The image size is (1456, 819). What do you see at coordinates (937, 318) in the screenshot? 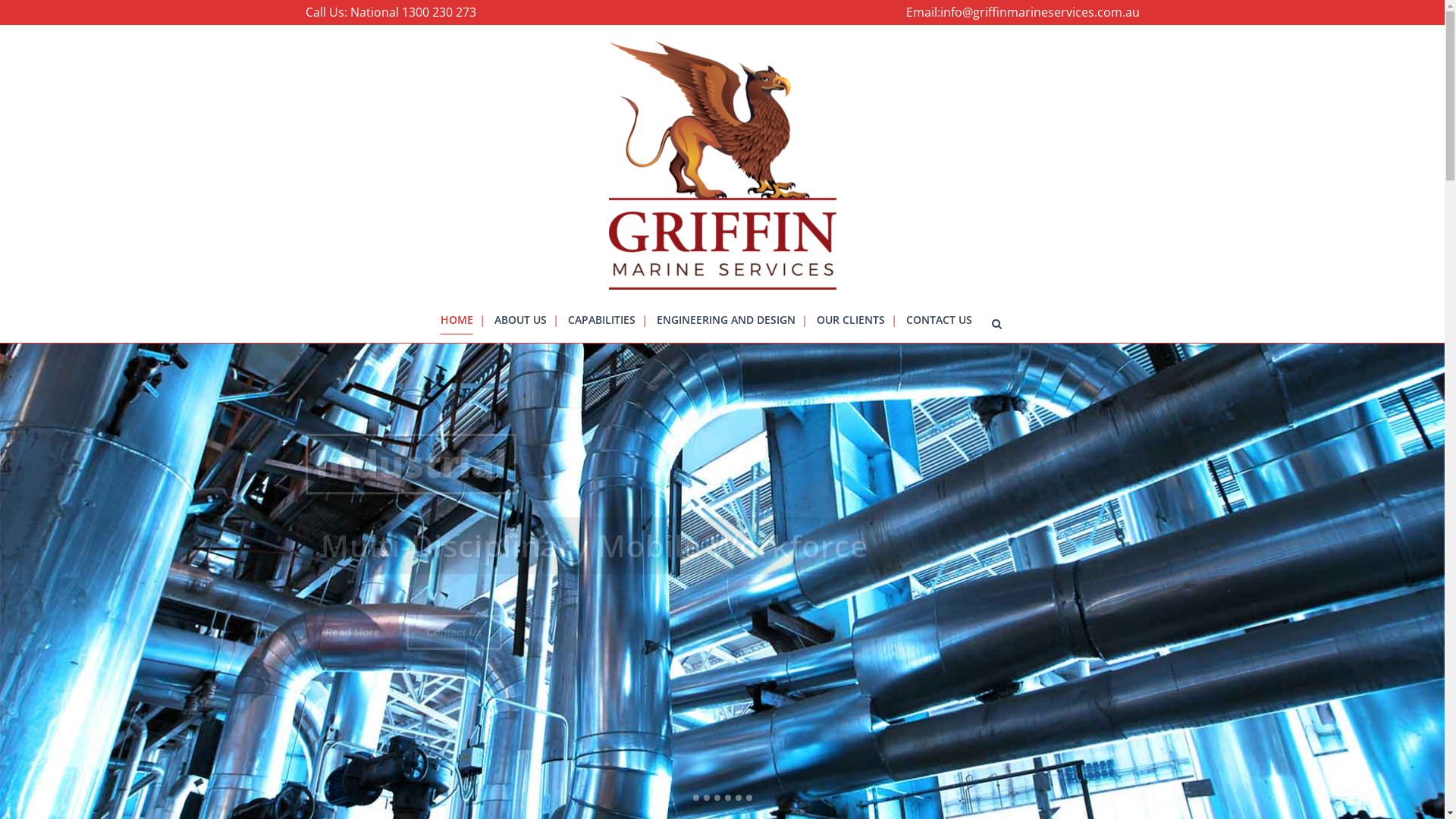
I see `'CONTACT US'` at bounding box center [937, 318].